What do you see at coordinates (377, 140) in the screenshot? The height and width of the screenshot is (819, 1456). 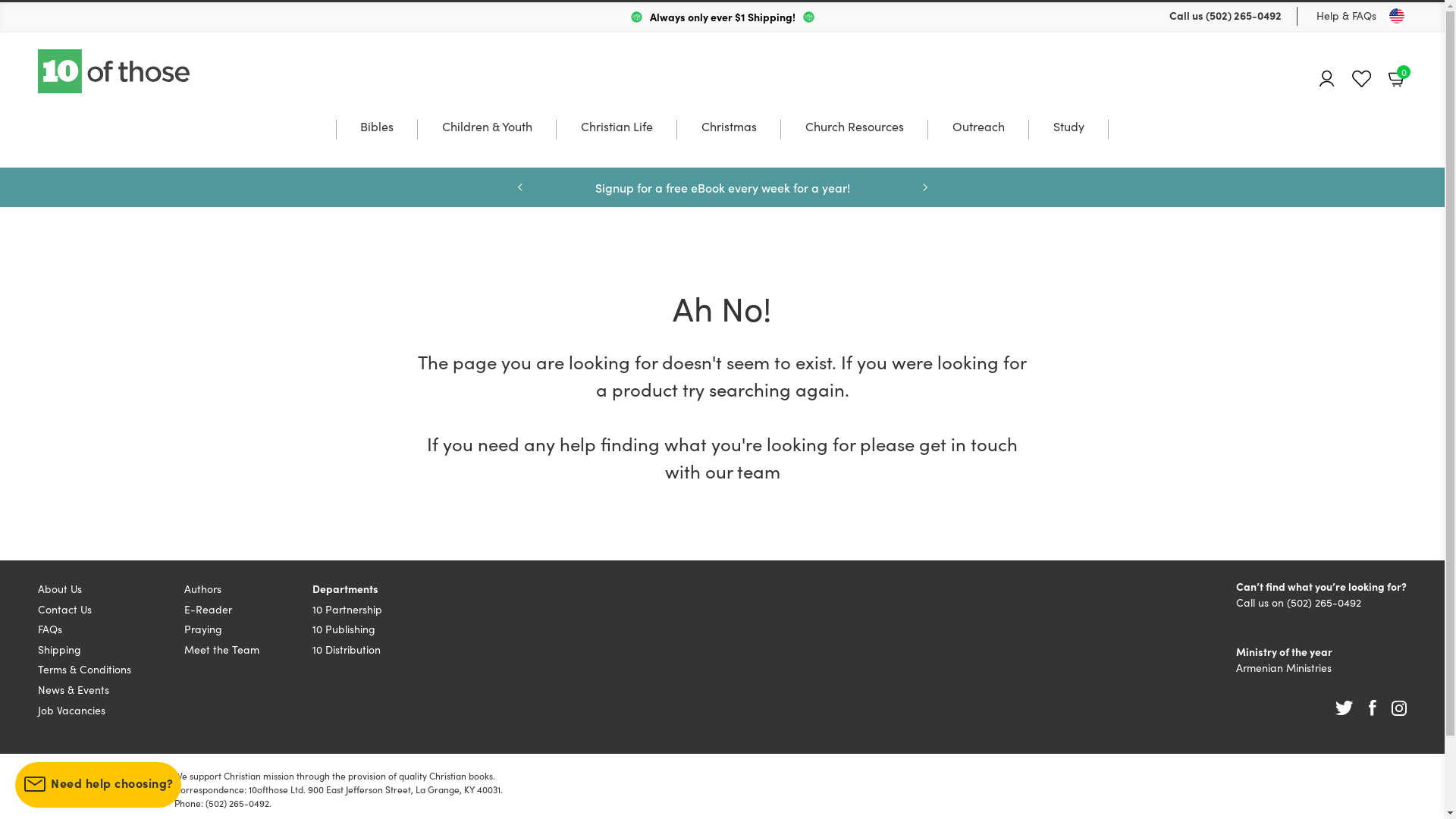 I see `'Bibles'` at bounding box center [377, 140].